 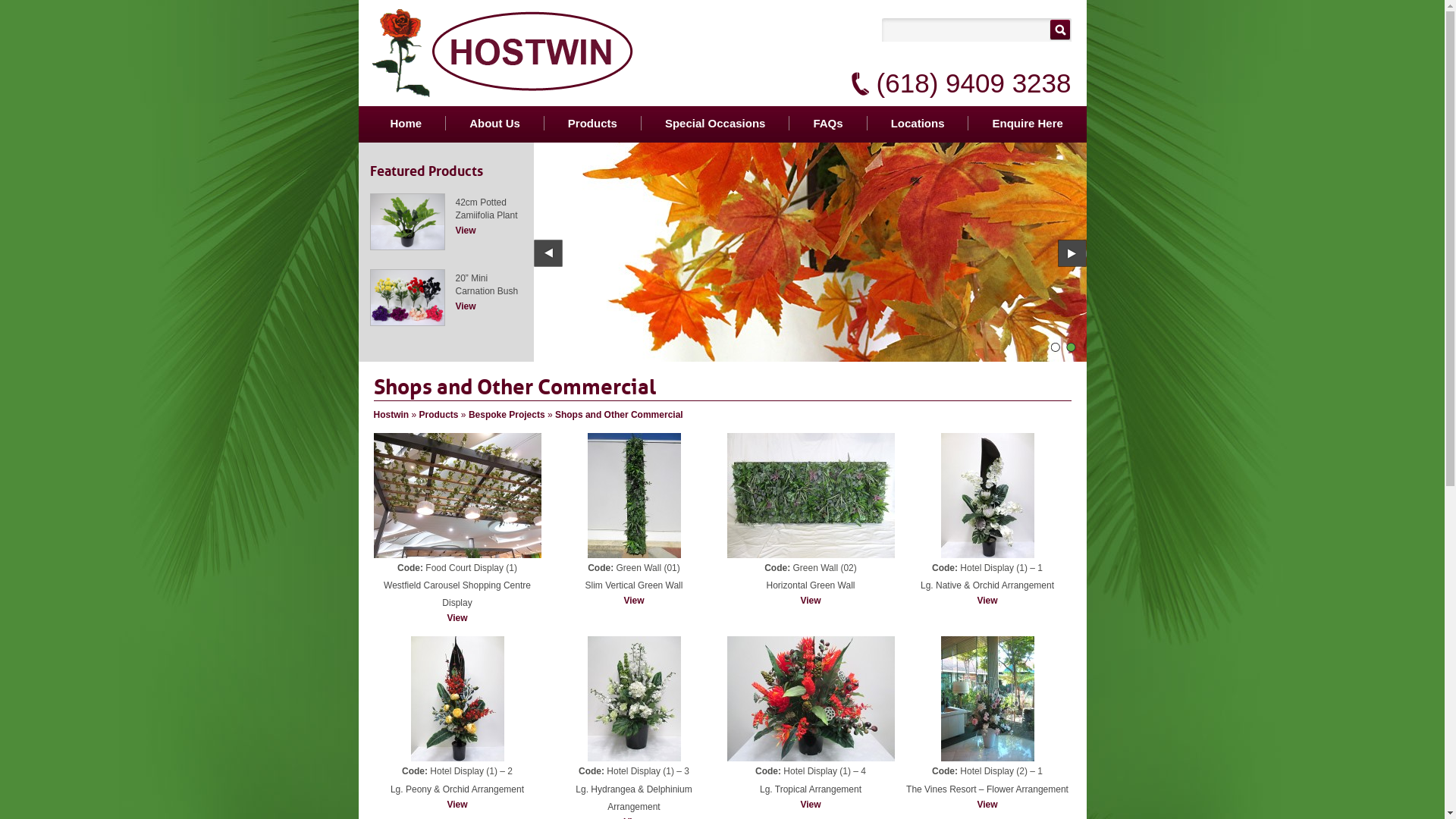 What do you see at coordinates (917, 122) in the screenshot?
I see `'Locations'` at bounding box center [917, 122].